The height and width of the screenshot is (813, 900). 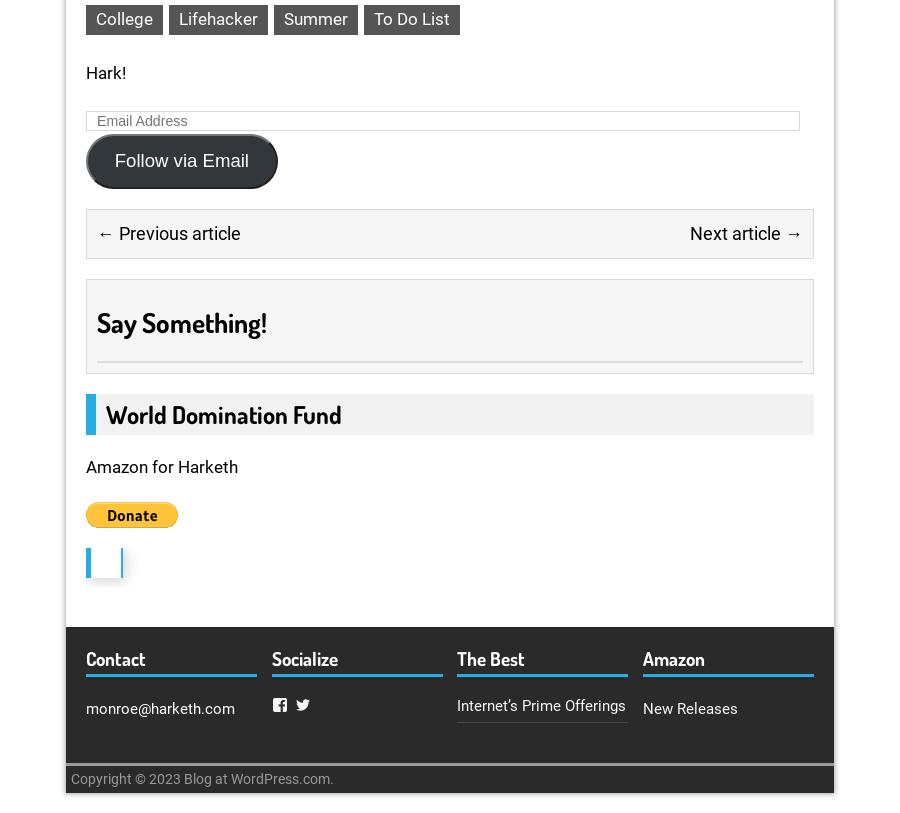 I want to click on '← Previous article', so click(x=168, y=232).